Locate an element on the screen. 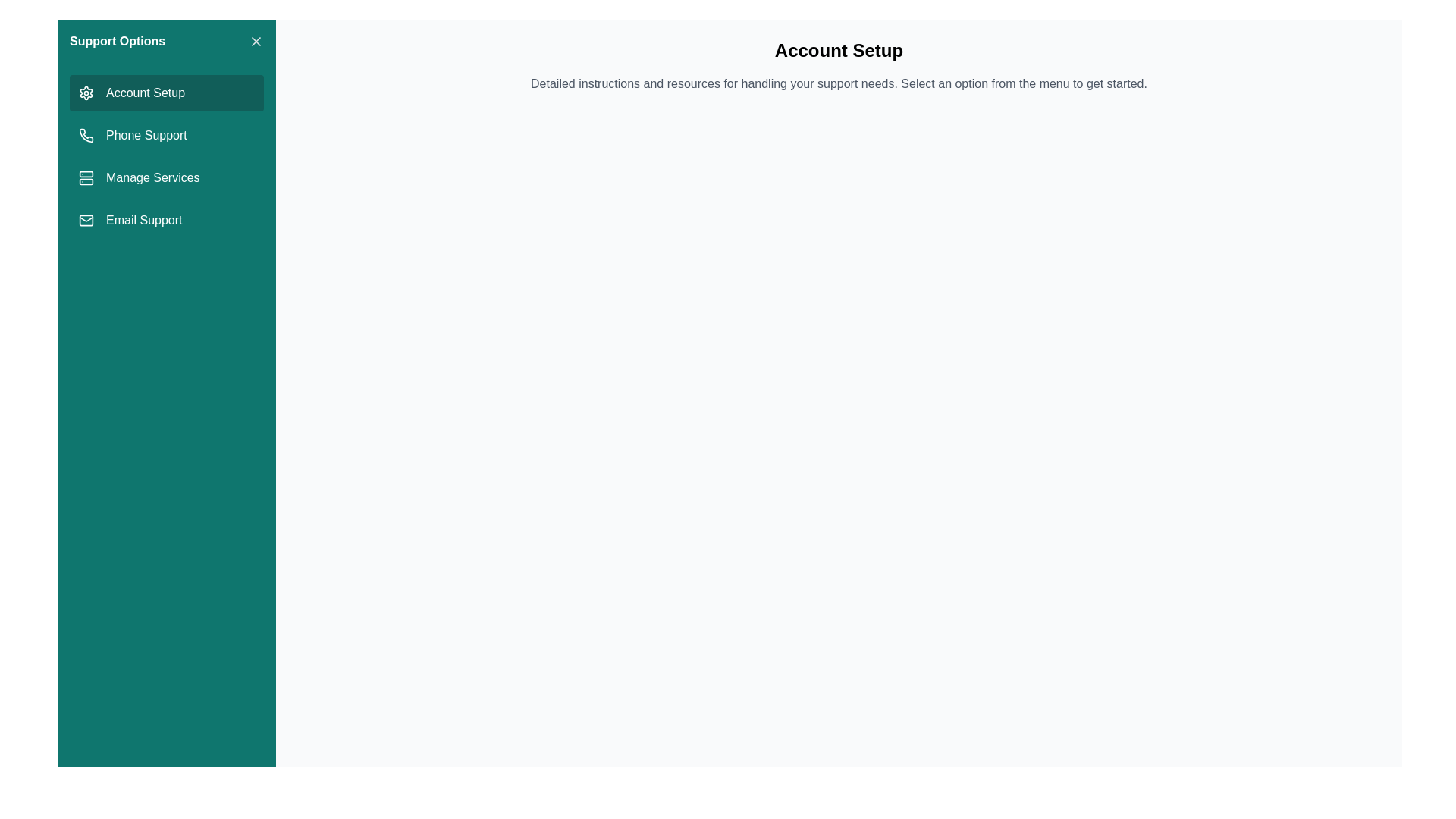  the fourth menu option in the teal sidebar that provides email support, located below 'Manage Services' and above subsequent items is located at coordinates (144, 220).